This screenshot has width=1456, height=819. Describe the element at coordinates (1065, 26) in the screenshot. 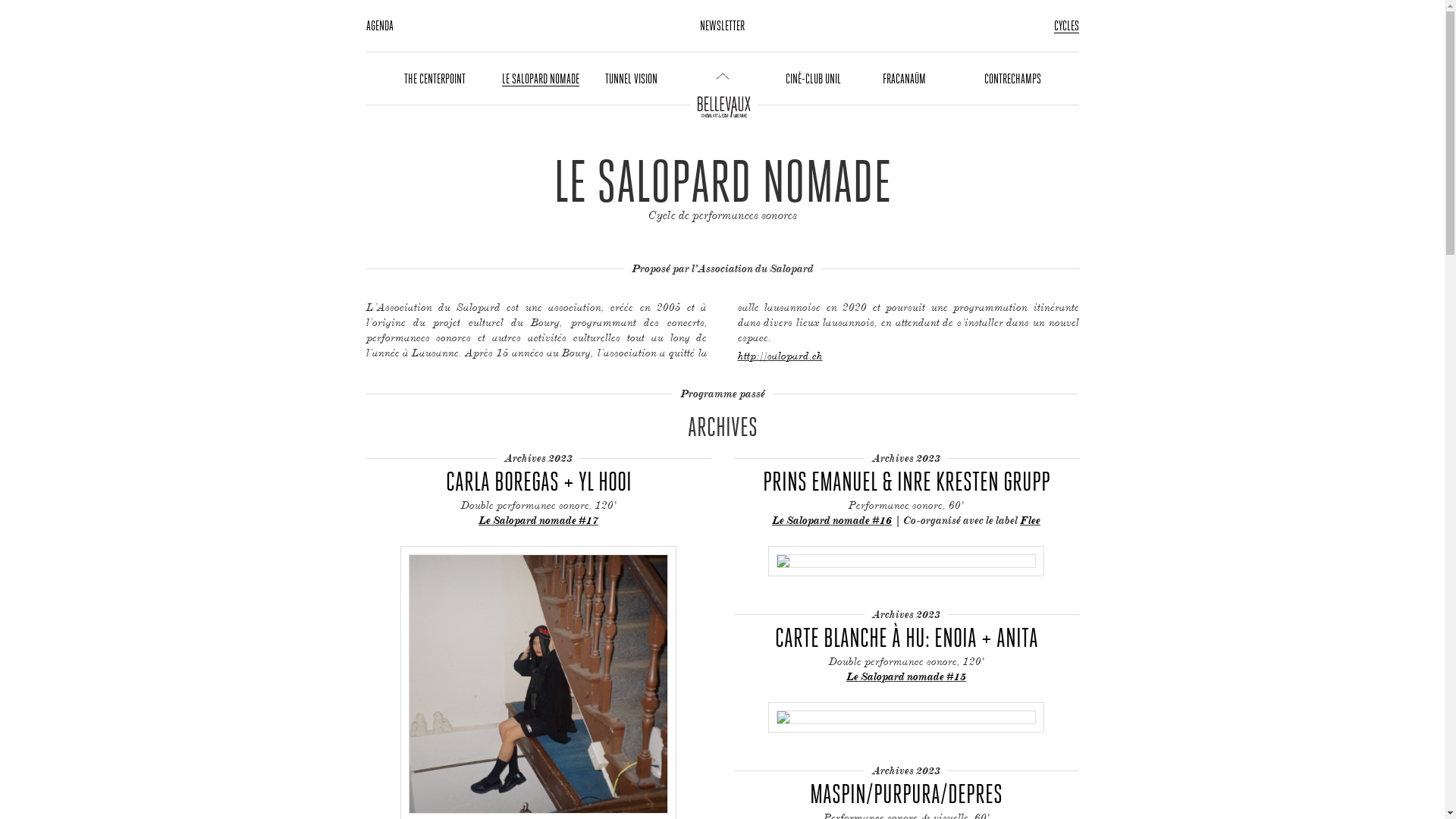

I see `'CYCLES'` at that location.